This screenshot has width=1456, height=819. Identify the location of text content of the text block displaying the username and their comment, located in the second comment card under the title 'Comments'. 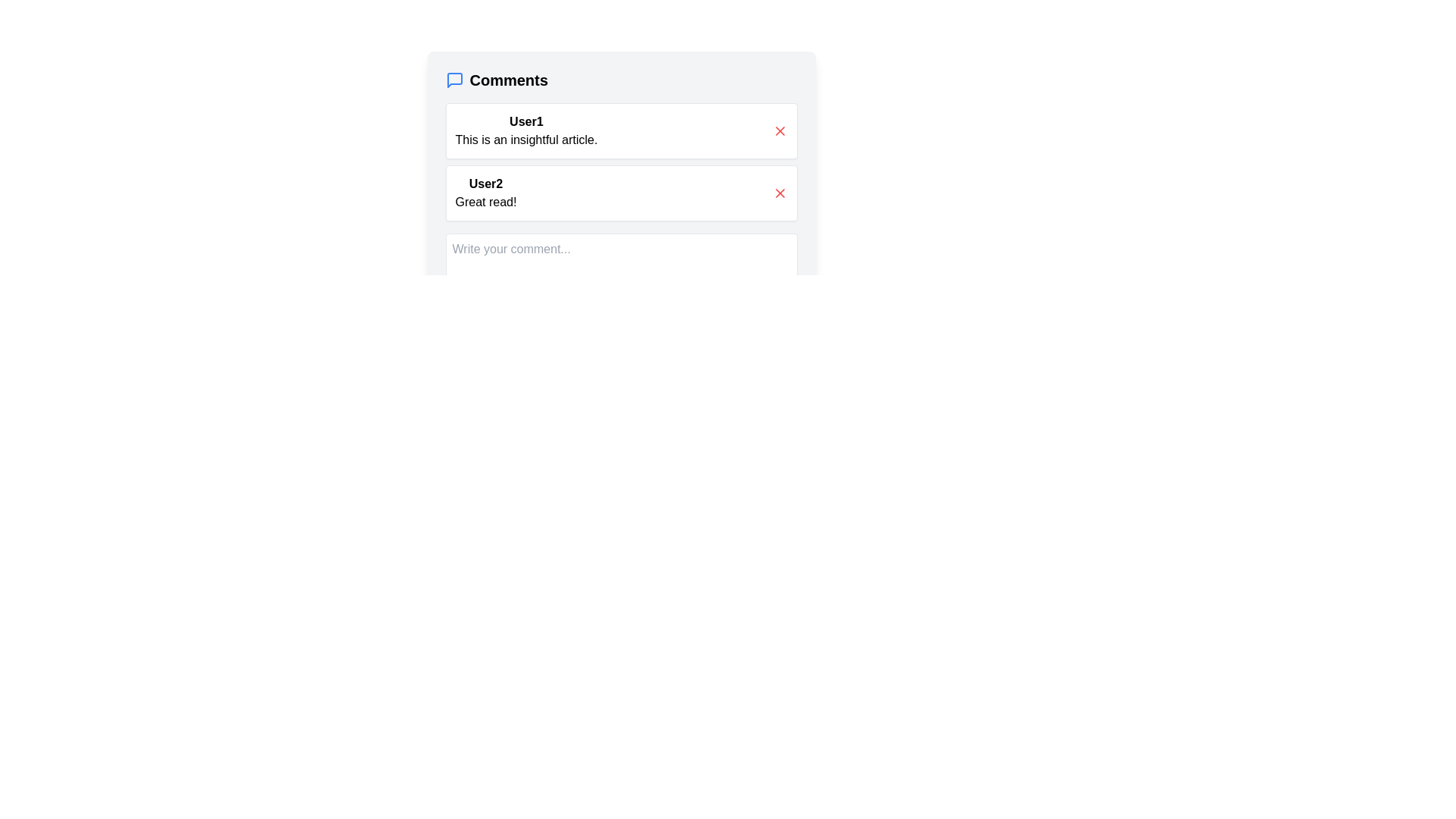
(485, 192).